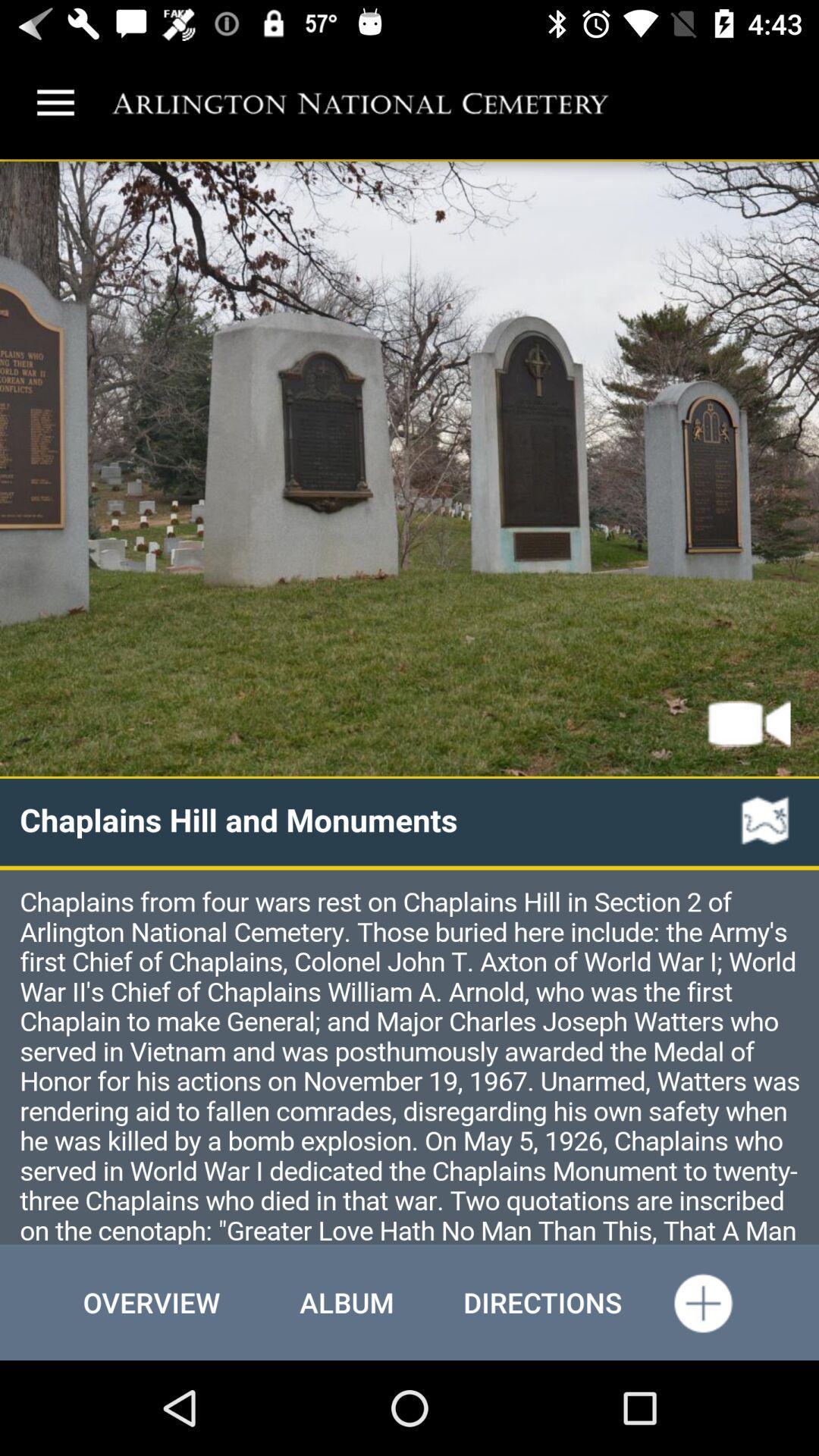 The image size is (819, 1456). Describe the element at coordinates (702, 1301) in the screenshot. I see `the add icon` at that location.